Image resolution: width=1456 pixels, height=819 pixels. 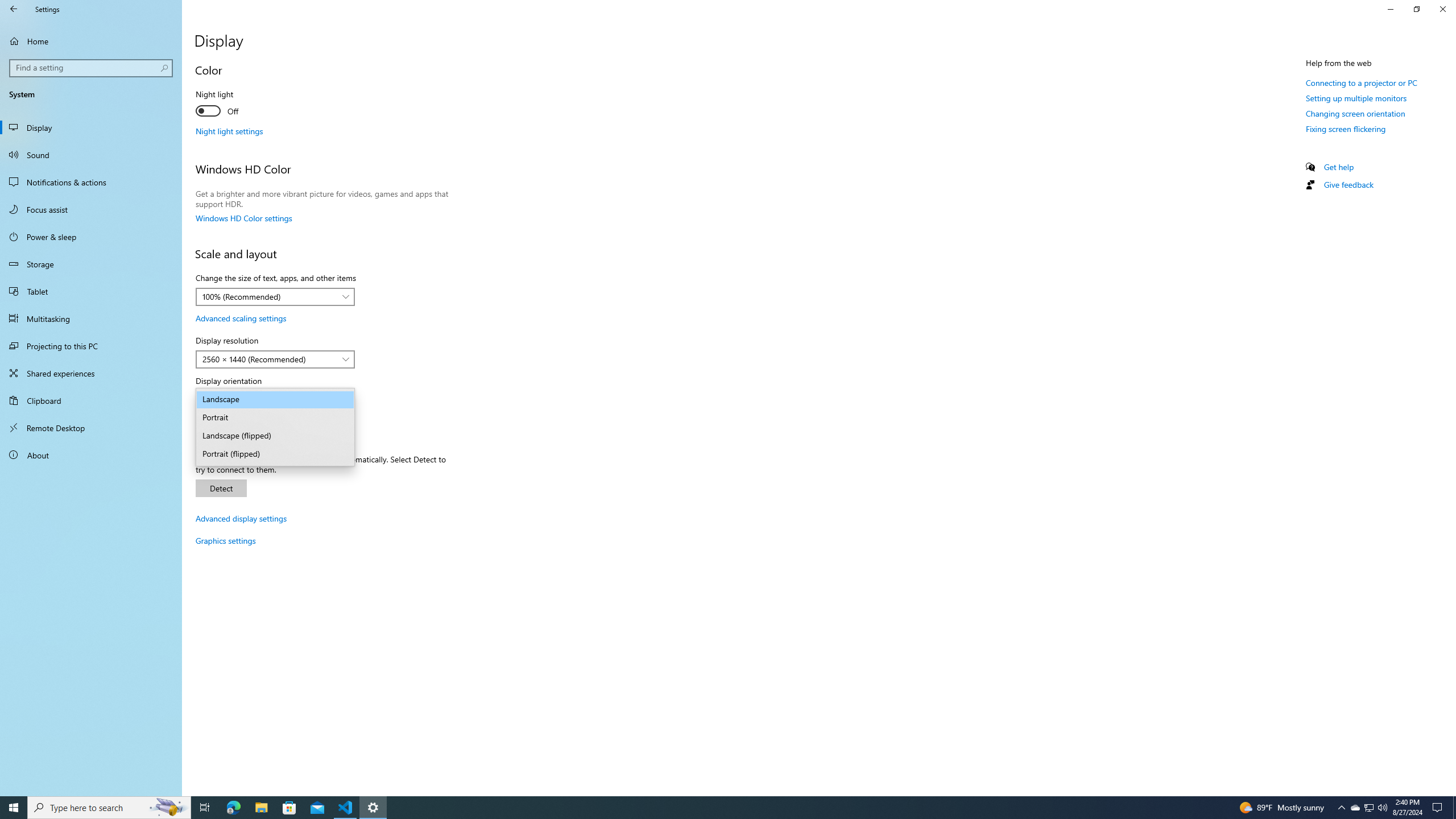 What do you see at coordinates (167, 806) in the screenshot?
I see `'Search highlights icon opens search home window'` at bounding box center [167, 806].